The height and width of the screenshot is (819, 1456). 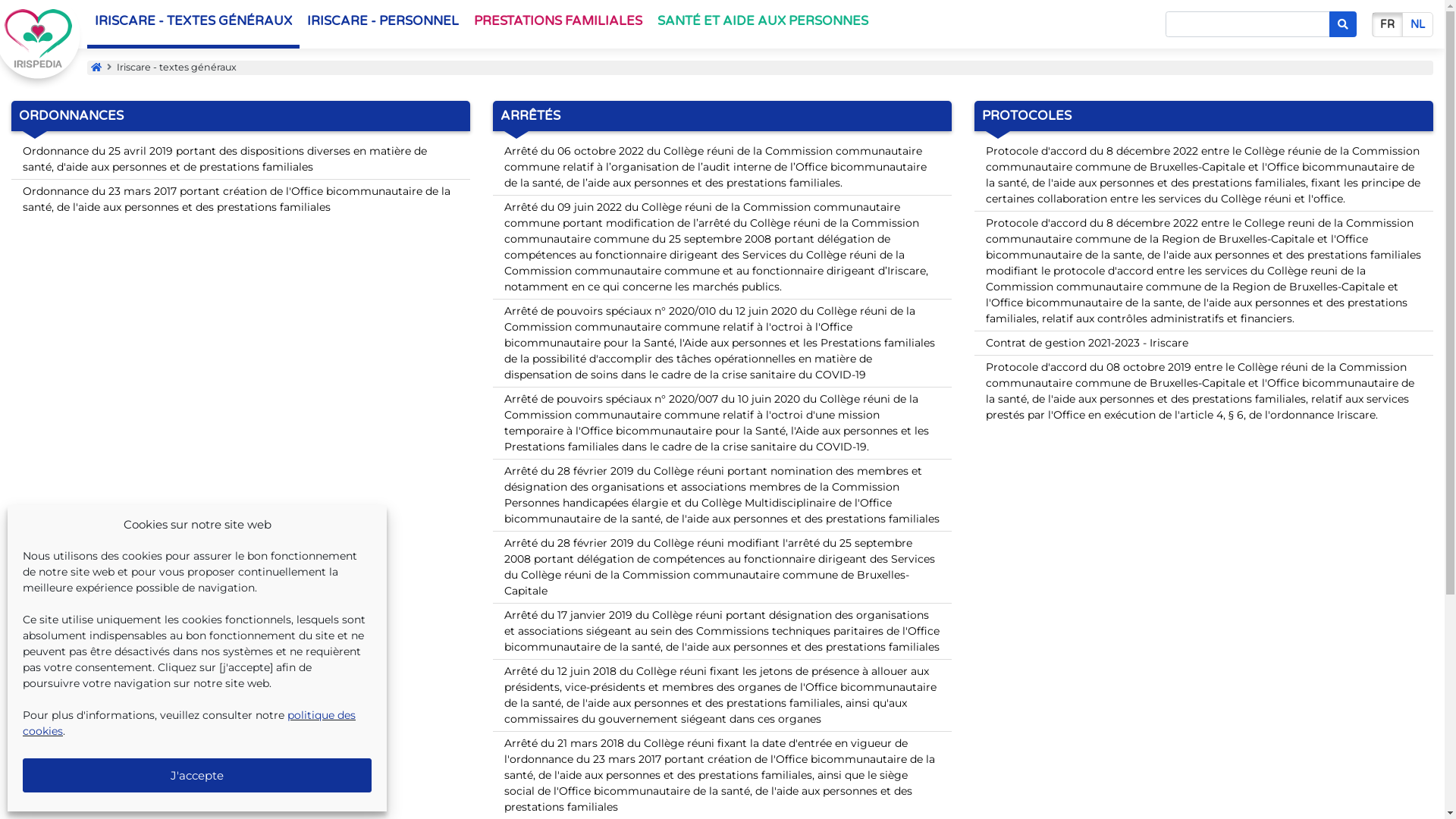 What do you see at coordinates (1203, 343) in the screenshot?
I see `'Contrat de gestion 2021-2023 - Iriscare'` at bounding box center [1203, 343].